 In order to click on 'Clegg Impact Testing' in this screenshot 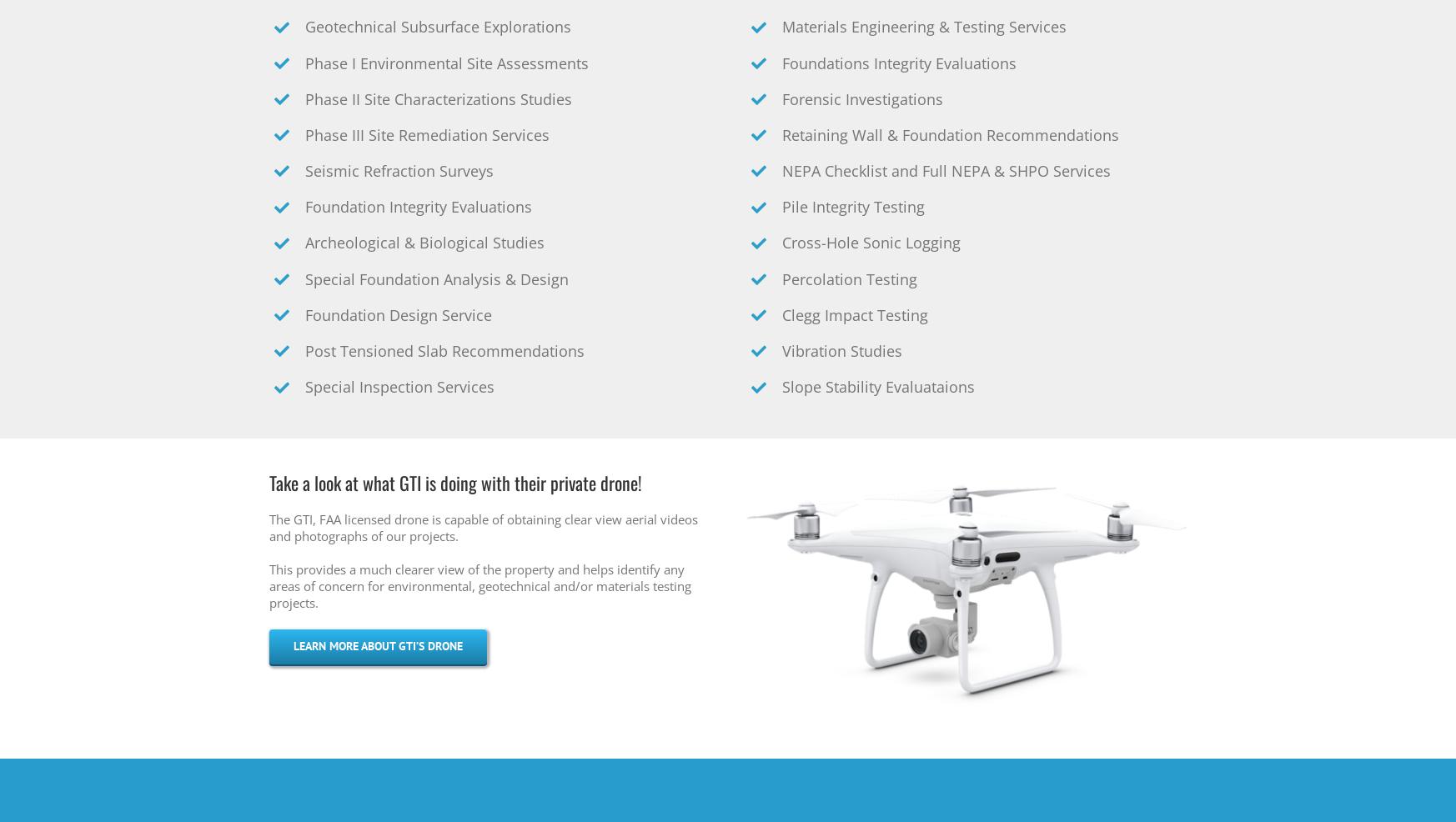, I will do `click(855, 314)`.